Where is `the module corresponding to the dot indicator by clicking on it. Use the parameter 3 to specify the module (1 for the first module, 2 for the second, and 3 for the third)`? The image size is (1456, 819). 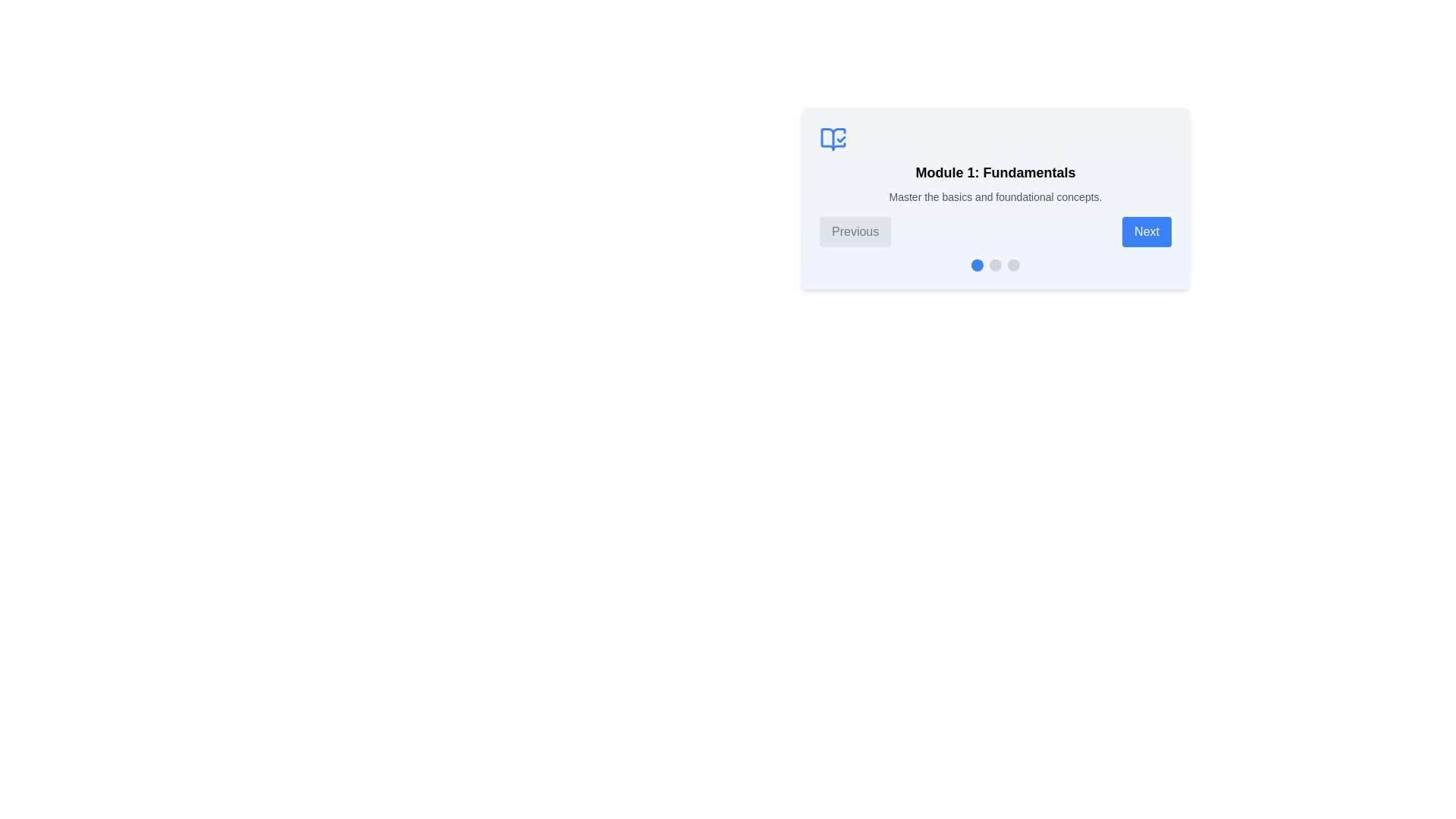 the module corresponding to the dot indicator by clicking on it. Use the parameter 3 to specify the module (1 for the first module, 2 for the second, and 3 for the third) is located at coordinates (1014, 265).